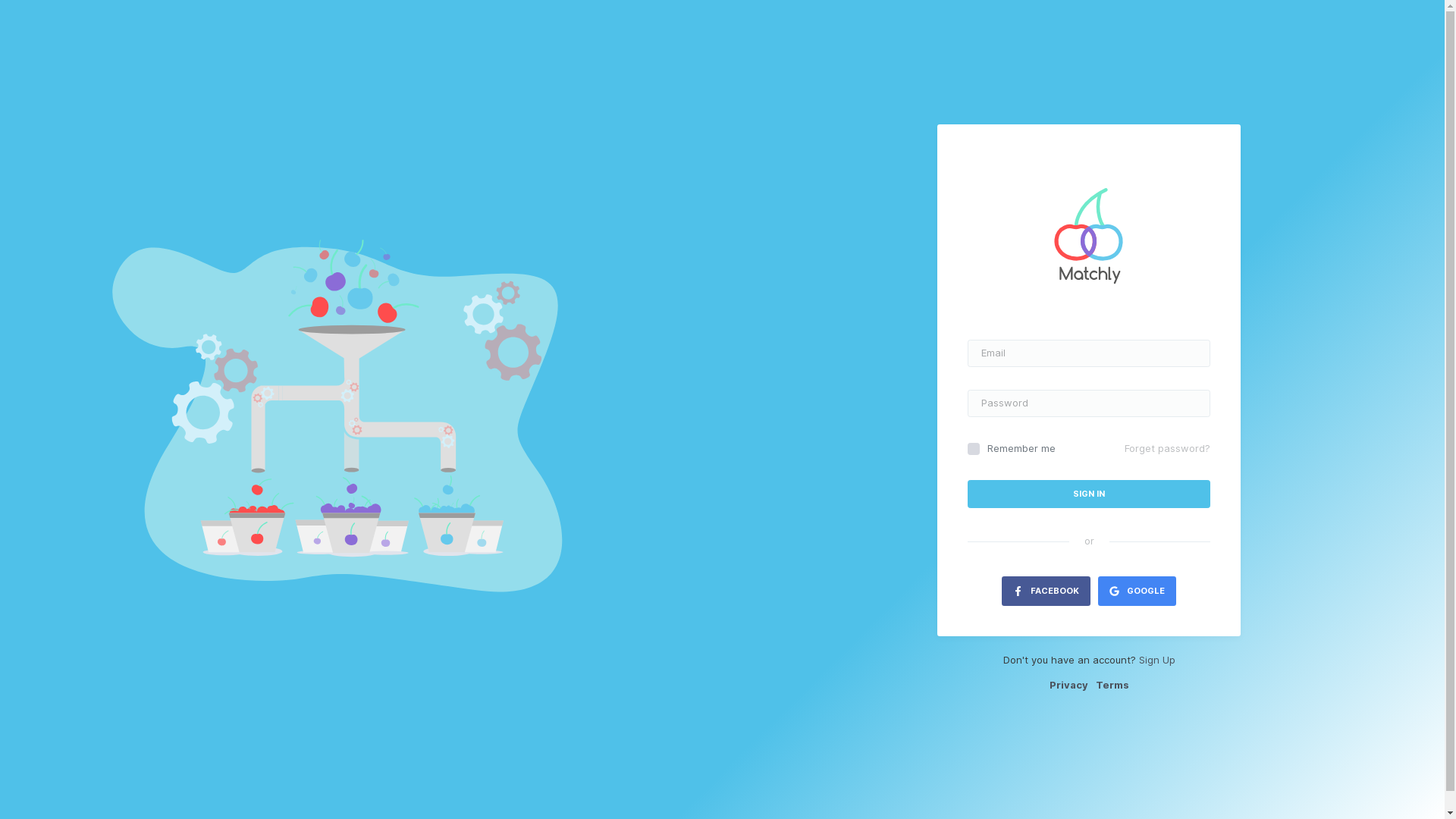 The height and width of the screenshot is (819, 1456). What do you see at coordinates (1068, 684) in the screenshot?
I see `'Privacy'` at bounding box center [1068, 684].